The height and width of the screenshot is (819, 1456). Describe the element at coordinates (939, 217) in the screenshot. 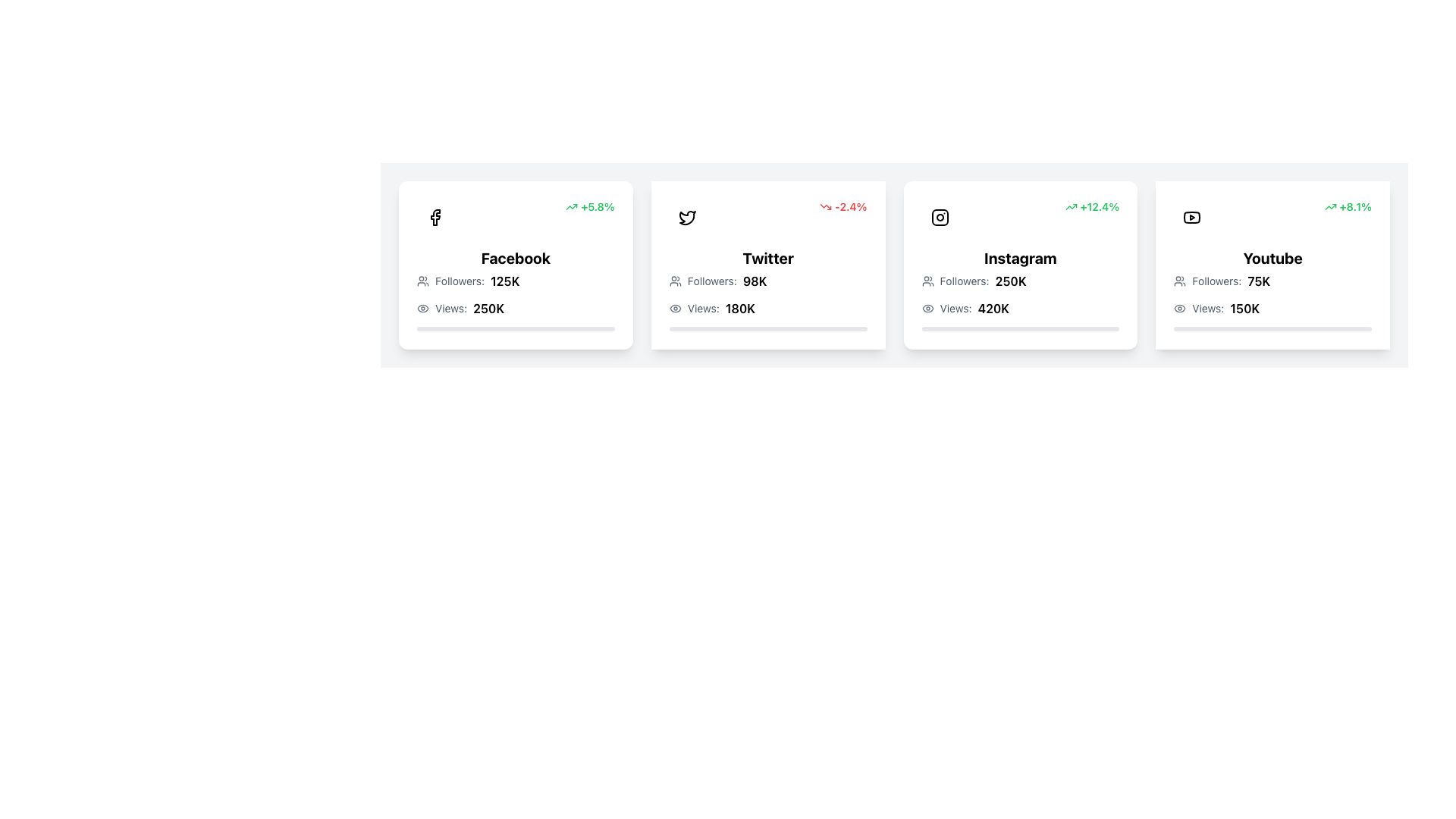

I see `the circular Instagram logo icon located in the upper-left corner of the Instagram card` at that location.